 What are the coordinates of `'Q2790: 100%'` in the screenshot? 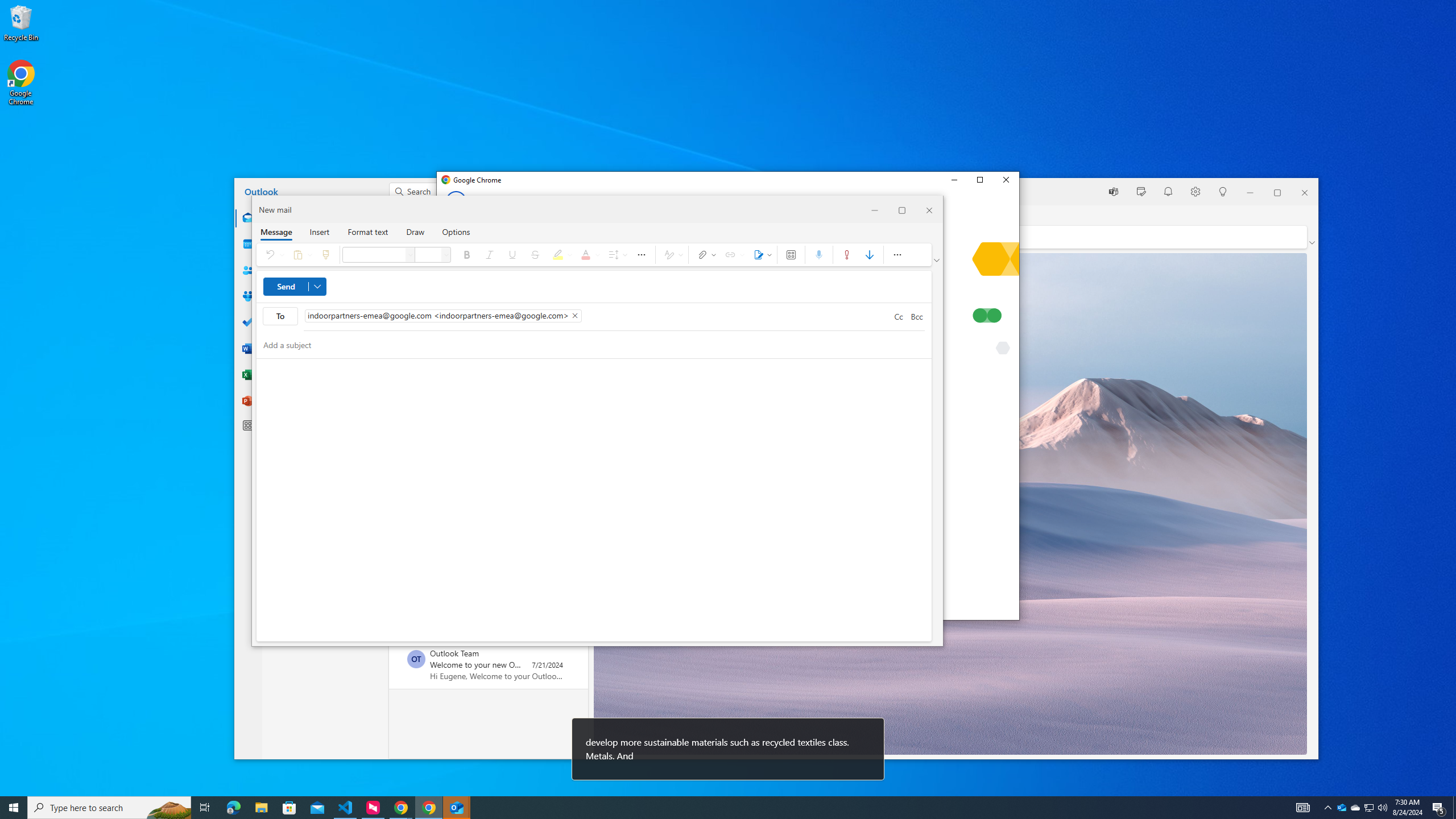 It's located at (1381, 806).